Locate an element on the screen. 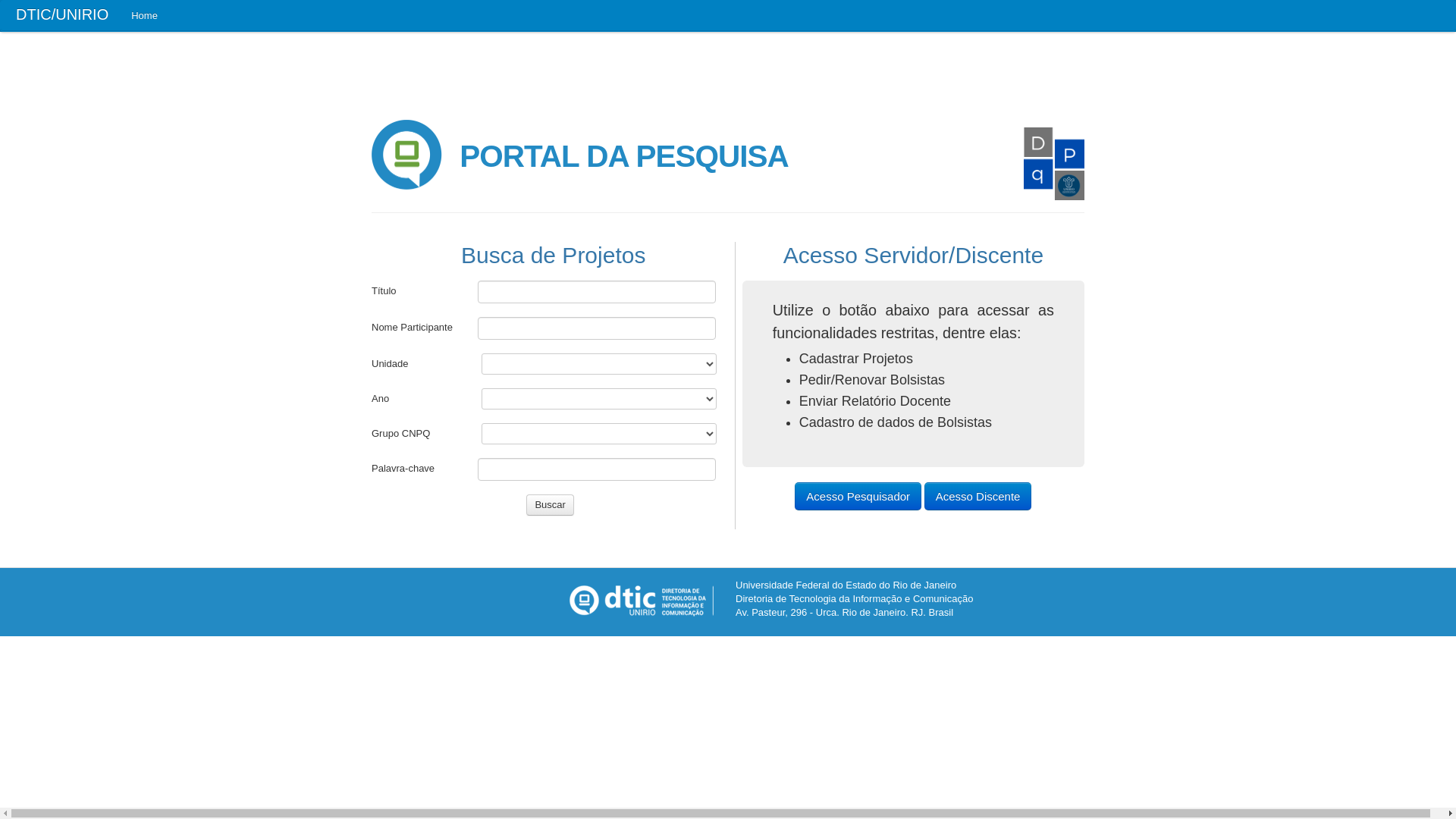 The width and height of the screenshot is (1456, 819). 'DTIC/UNIRIO' is located at coordinates (0, 15).